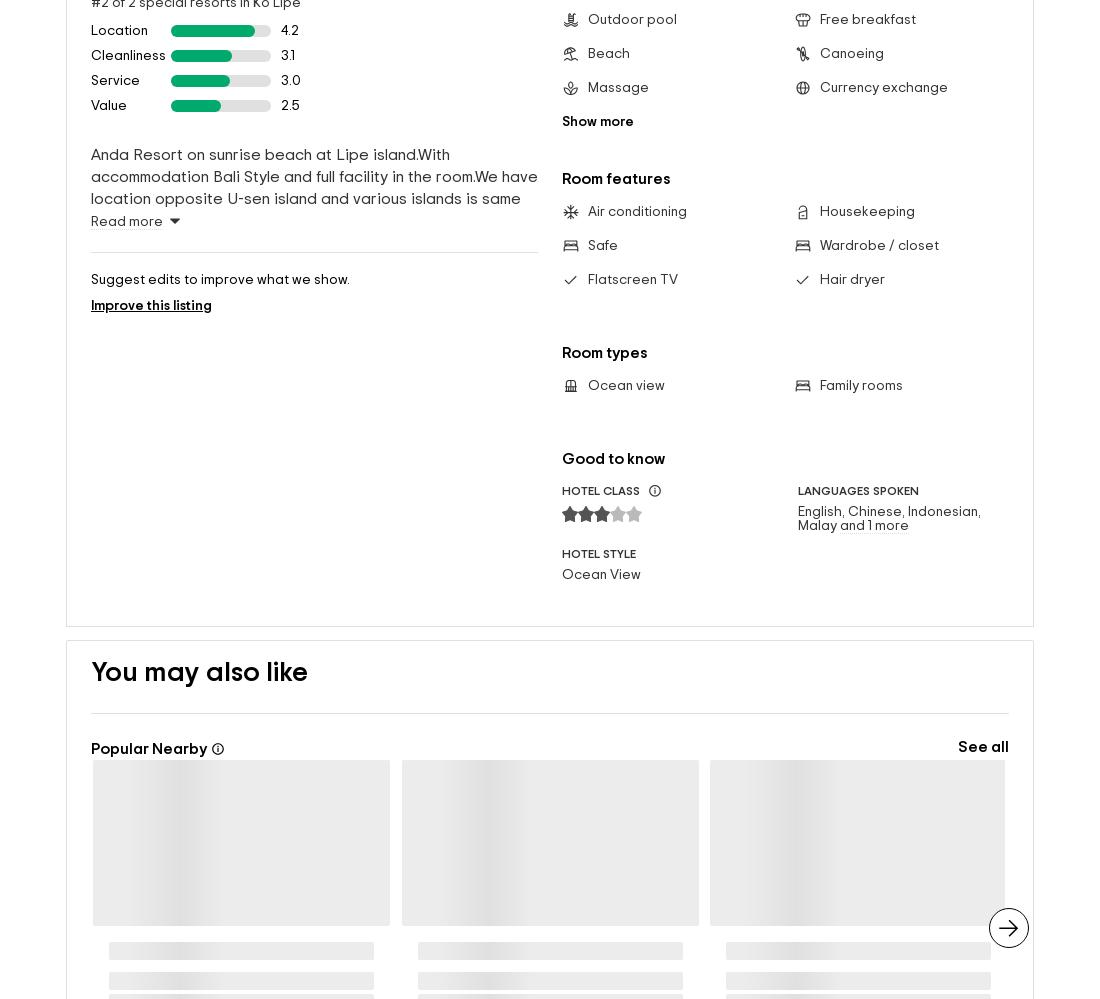 This screenshot has height=999, width=1100. Describe the element at coordinates (818, 212) in the screenshot. I see `'Wardrobe / closet'` at that location.